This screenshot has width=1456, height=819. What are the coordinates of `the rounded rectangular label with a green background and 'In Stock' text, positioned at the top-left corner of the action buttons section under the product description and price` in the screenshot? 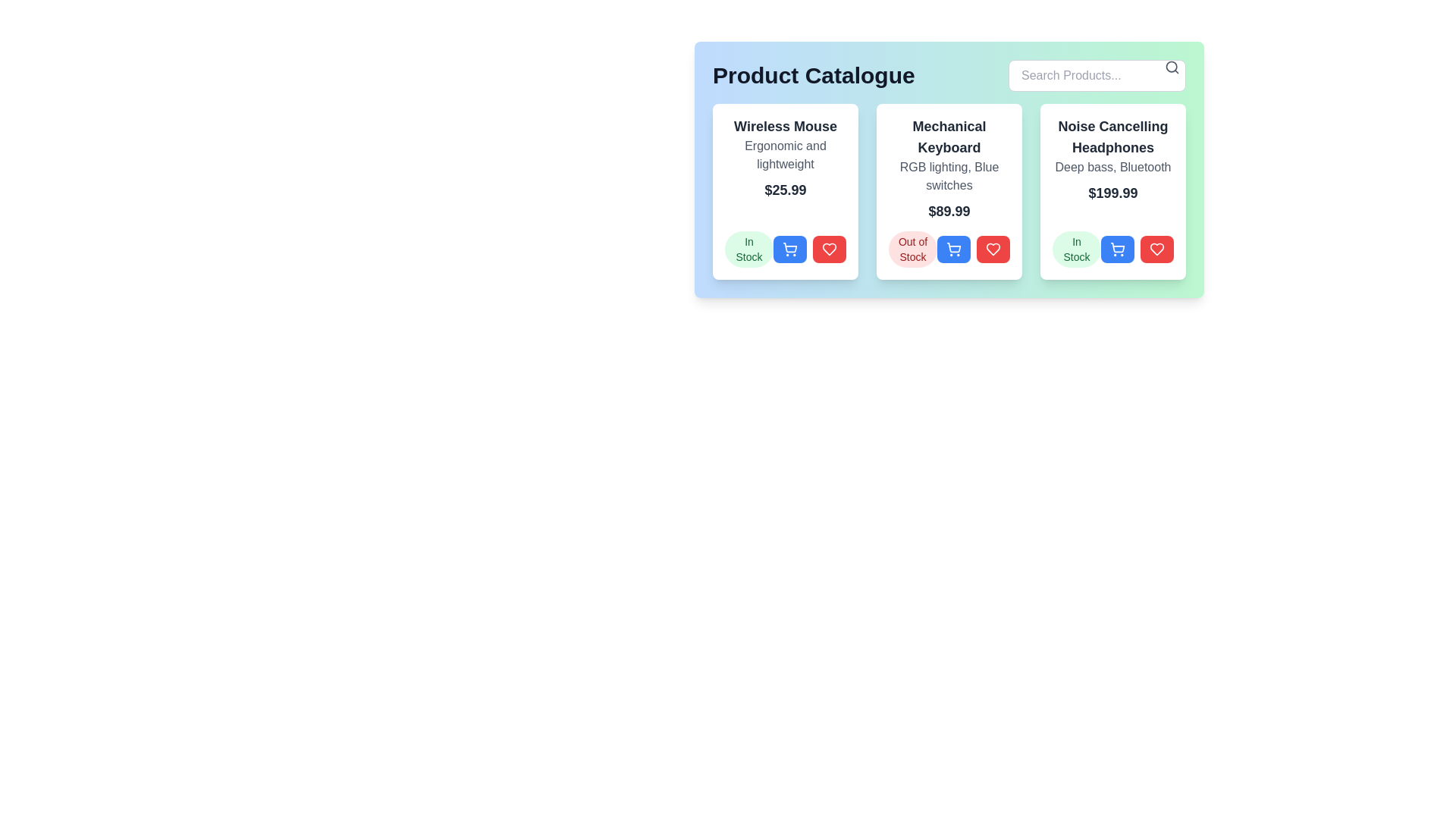 It's located at (749, 248).